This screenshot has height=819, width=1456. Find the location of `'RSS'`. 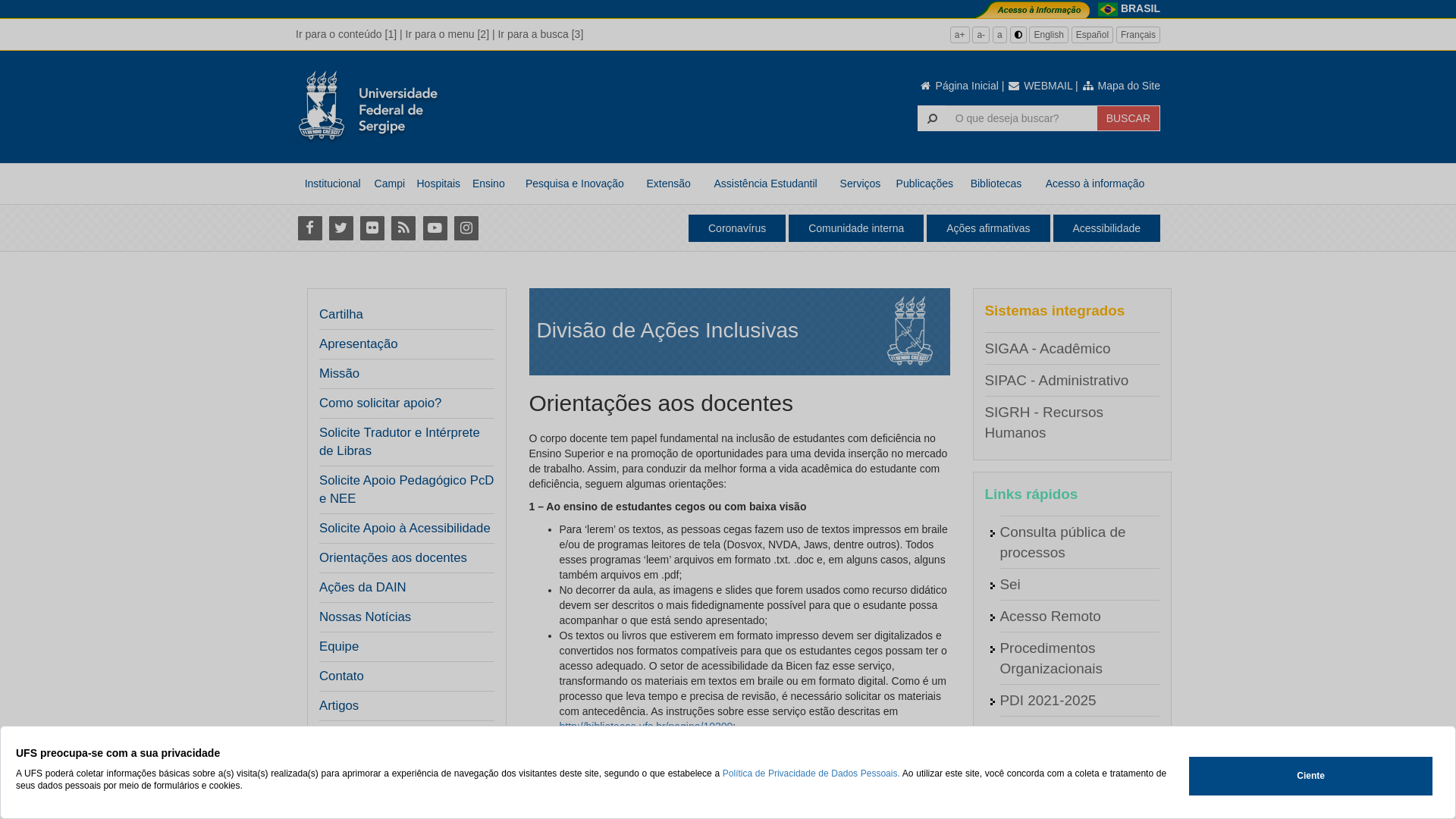

'RSS' is located at coordinates (389, 227).